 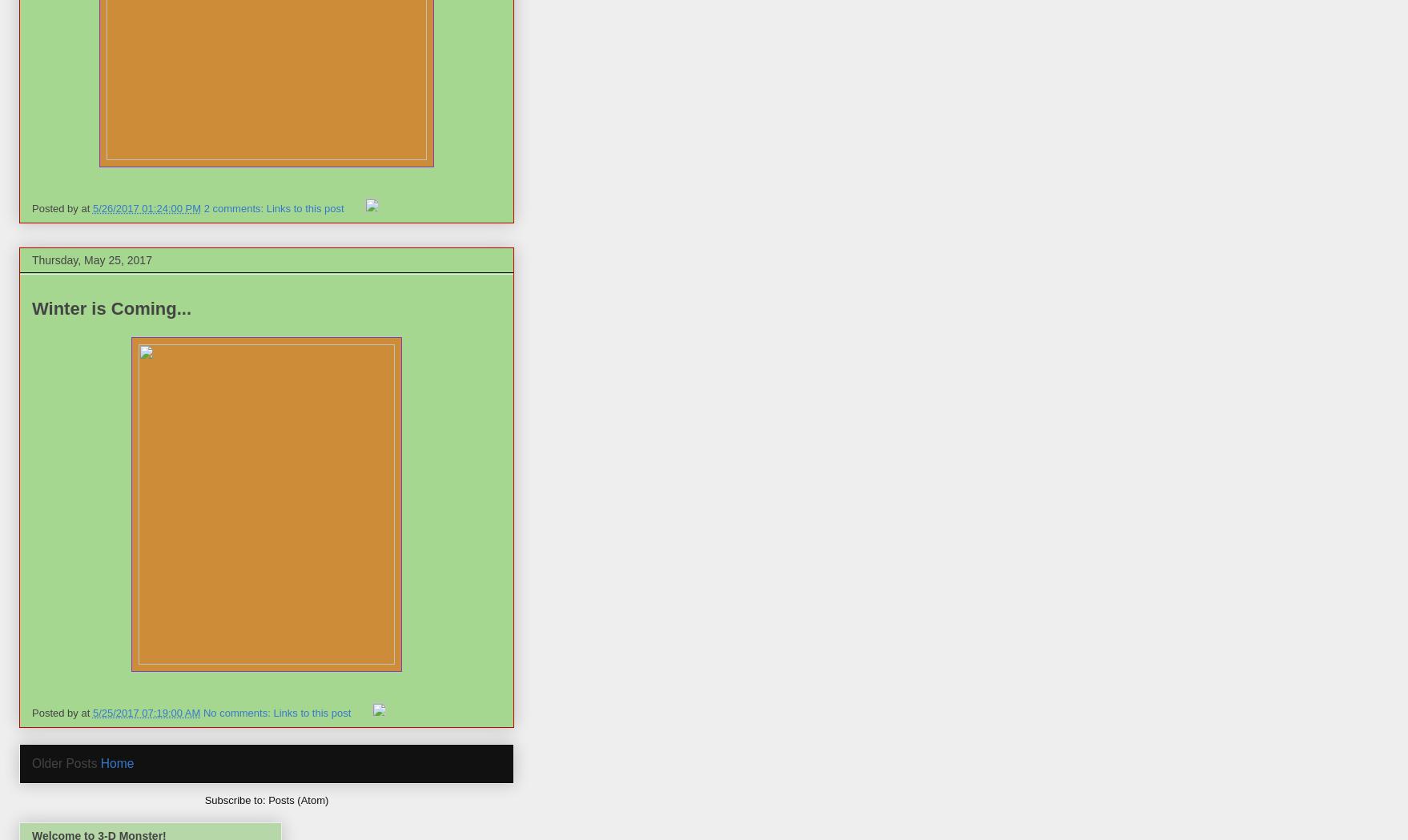 I want to click on '5/26/2017 01:24:00 PM', so click(x=146, y=207).